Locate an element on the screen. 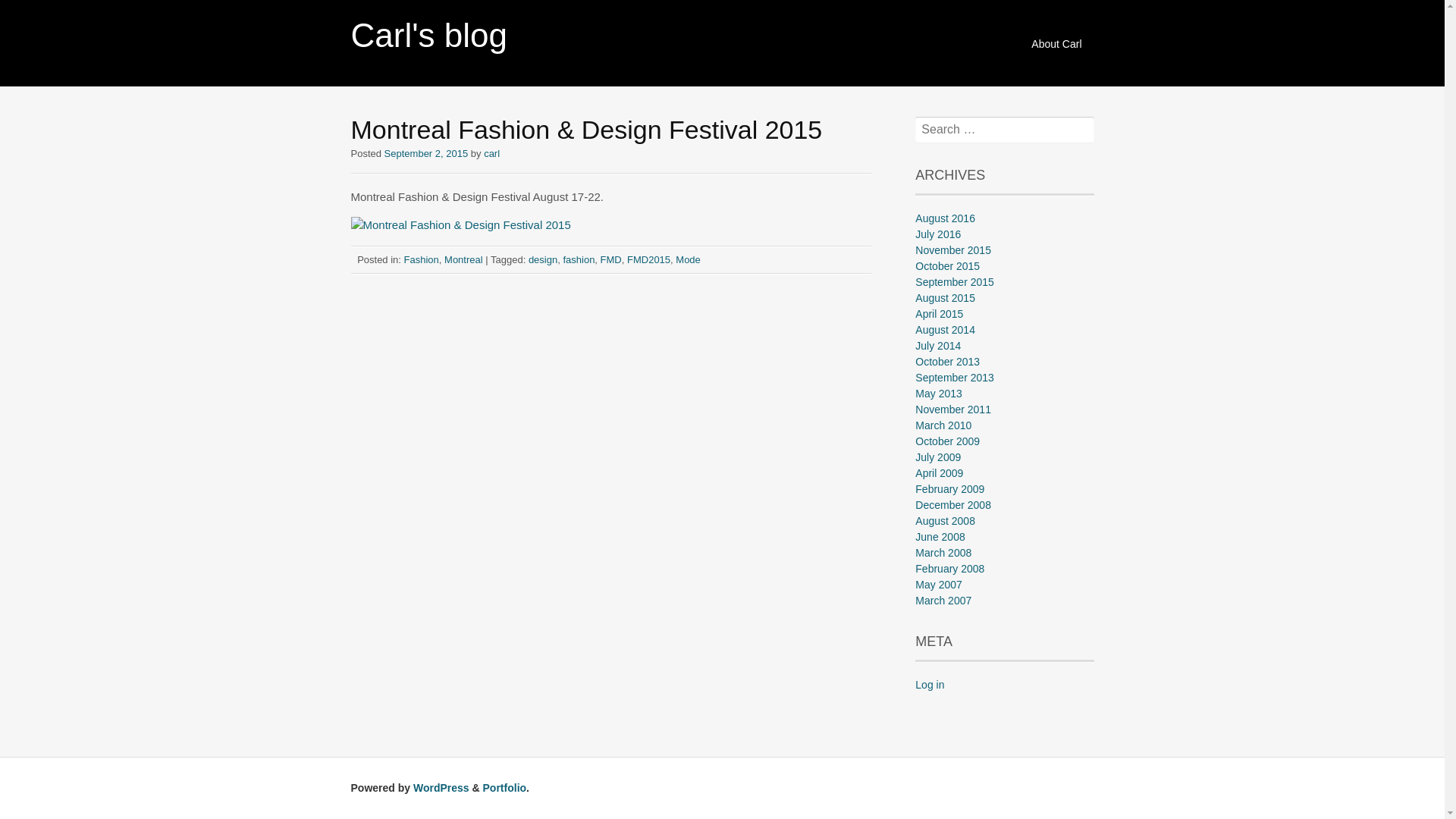 The image size is (1456, 819). 'Montreal Fashion & Design Festival 2015' is located at coordinates (459, 224).